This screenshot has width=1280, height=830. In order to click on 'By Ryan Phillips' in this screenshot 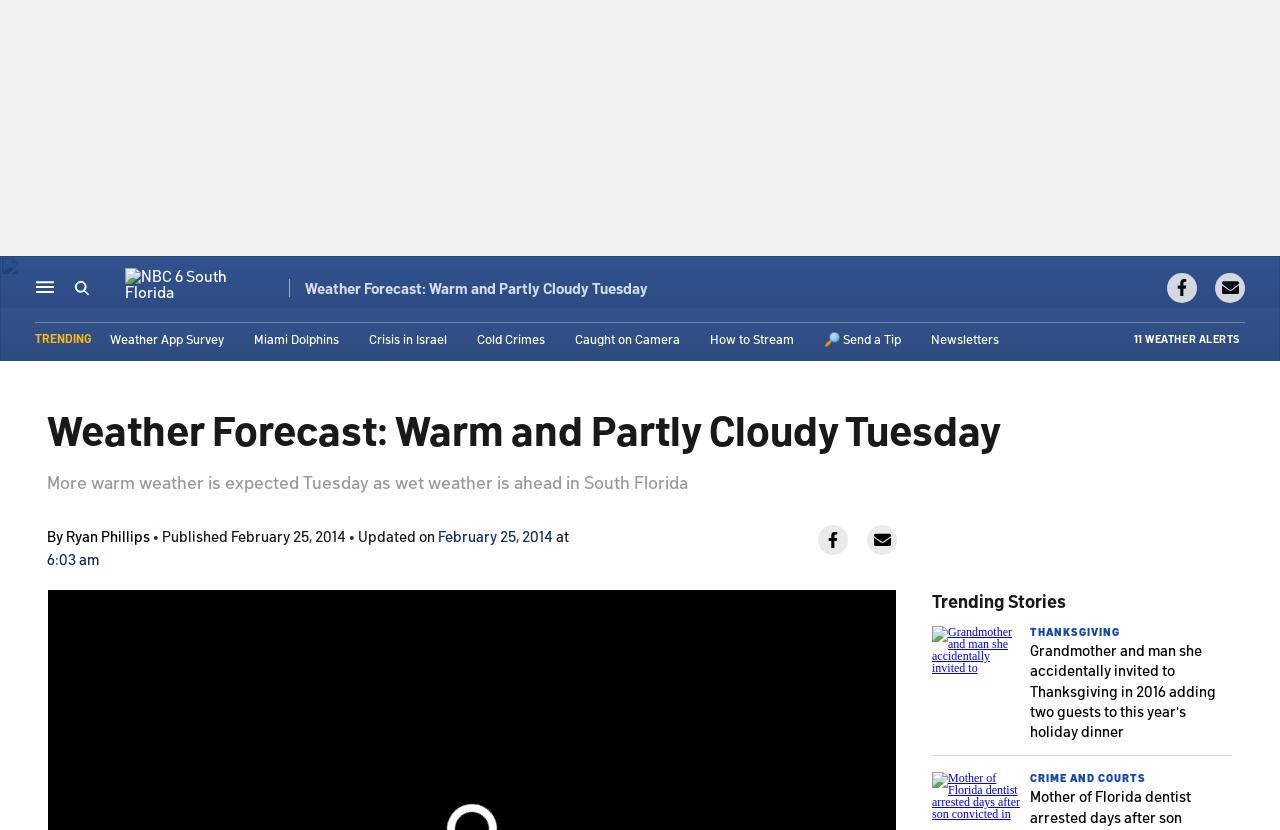, I will do `click(98, 535)`.